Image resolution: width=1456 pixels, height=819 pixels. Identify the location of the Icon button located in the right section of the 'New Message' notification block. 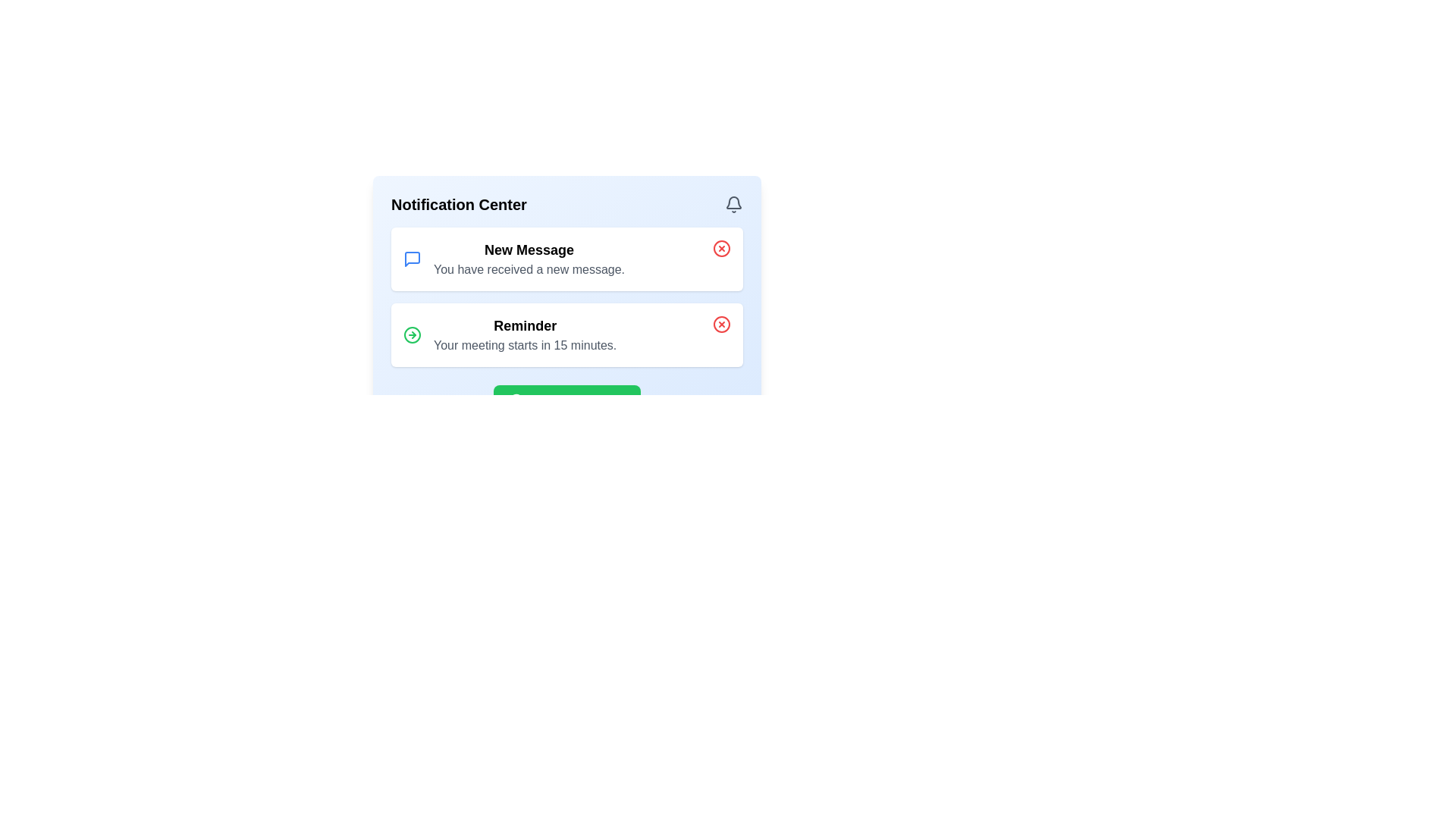
(720, 247).